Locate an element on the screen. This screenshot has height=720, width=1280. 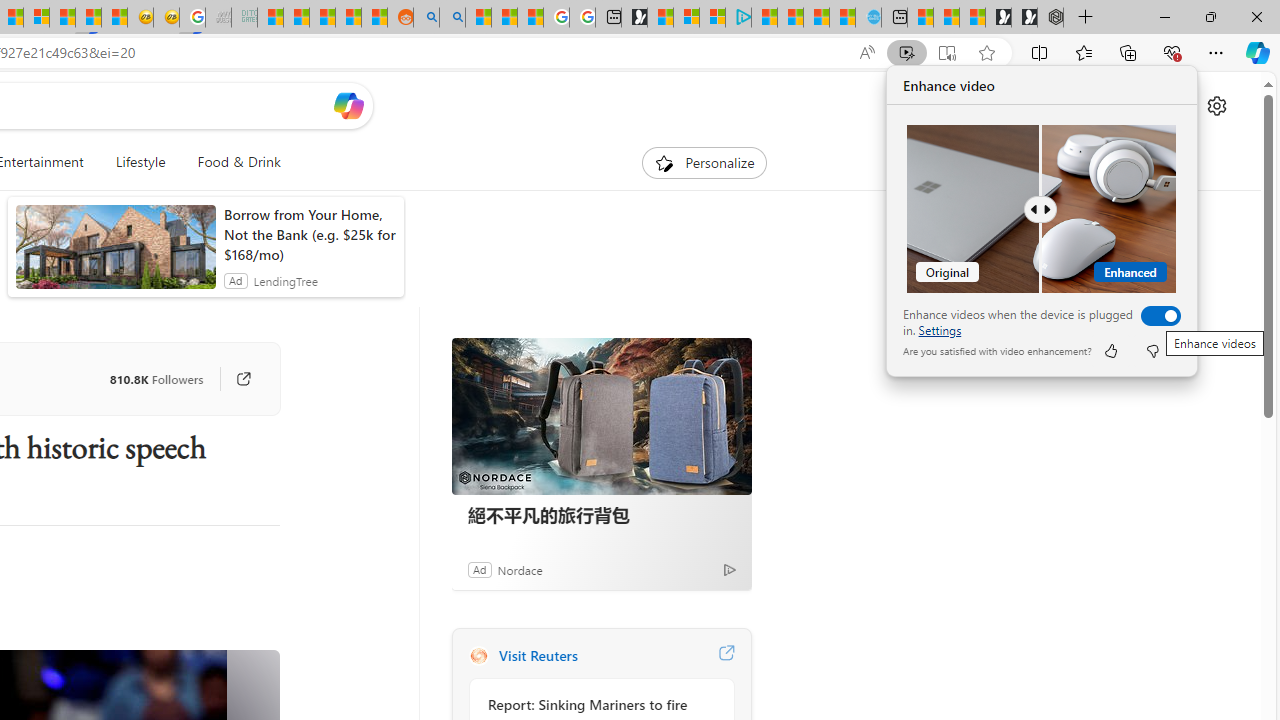
'Food & Drink' is located at coordinates (231, 162).